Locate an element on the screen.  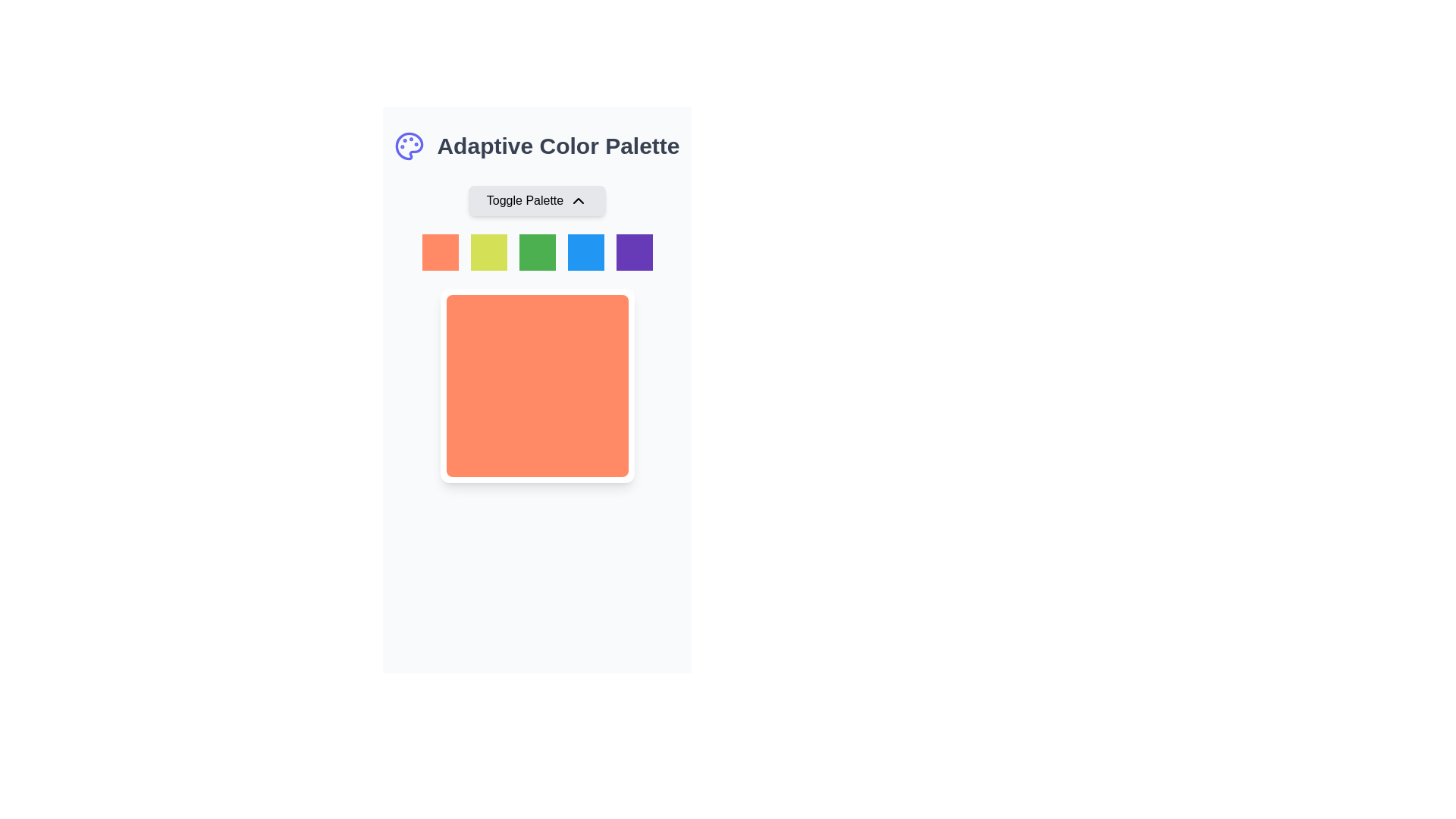
the Display Area located under the color swatches in the Adaptive Color Palette is located at coordinates (537, 333).